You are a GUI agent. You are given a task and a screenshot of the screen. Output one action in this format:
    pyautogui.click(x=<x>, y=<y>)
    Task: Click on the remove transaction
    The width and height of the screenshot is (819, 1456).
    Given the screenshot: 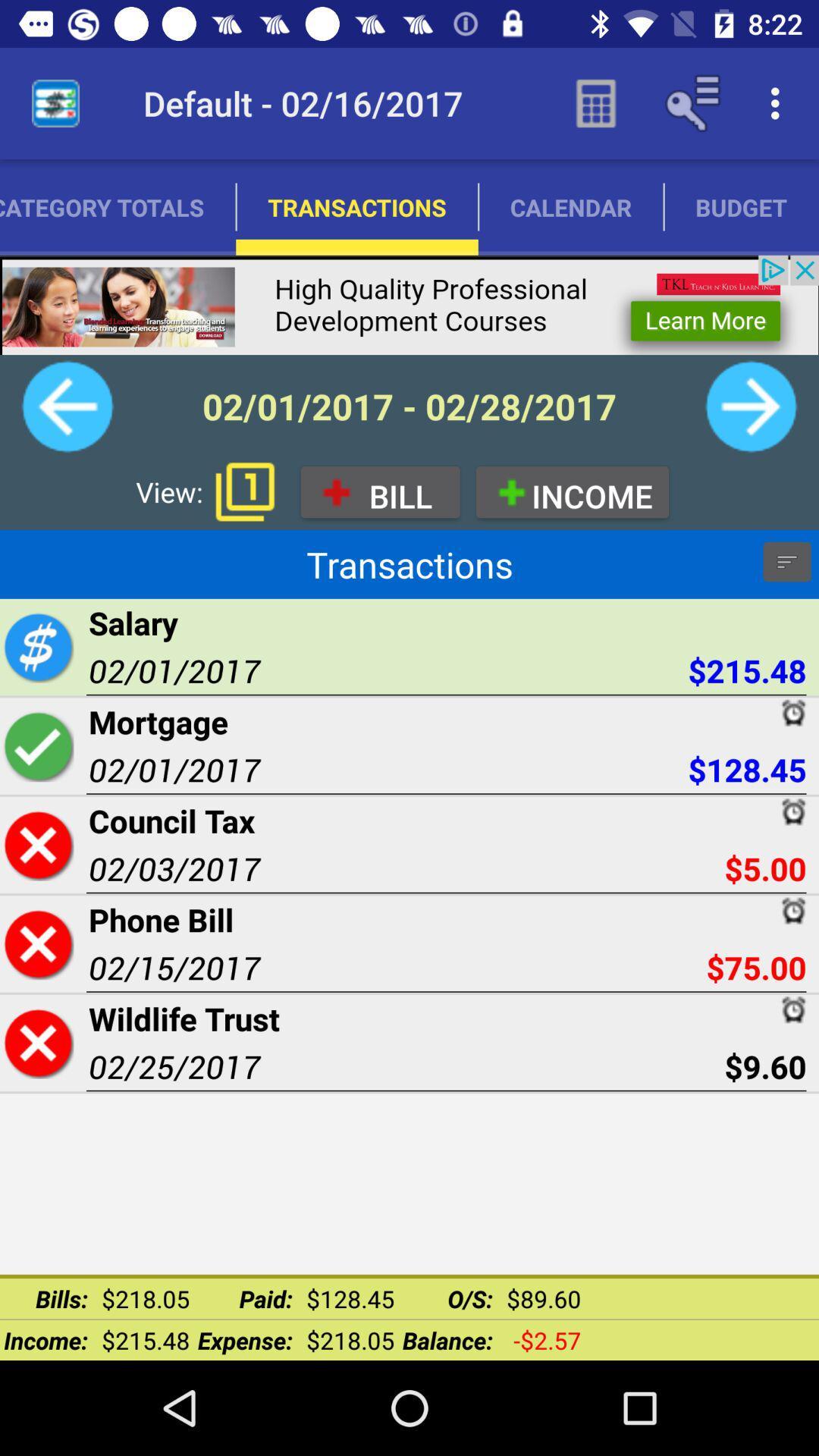 What is the action you would take?
    pyautogui.click(x=37, y=1042)
    